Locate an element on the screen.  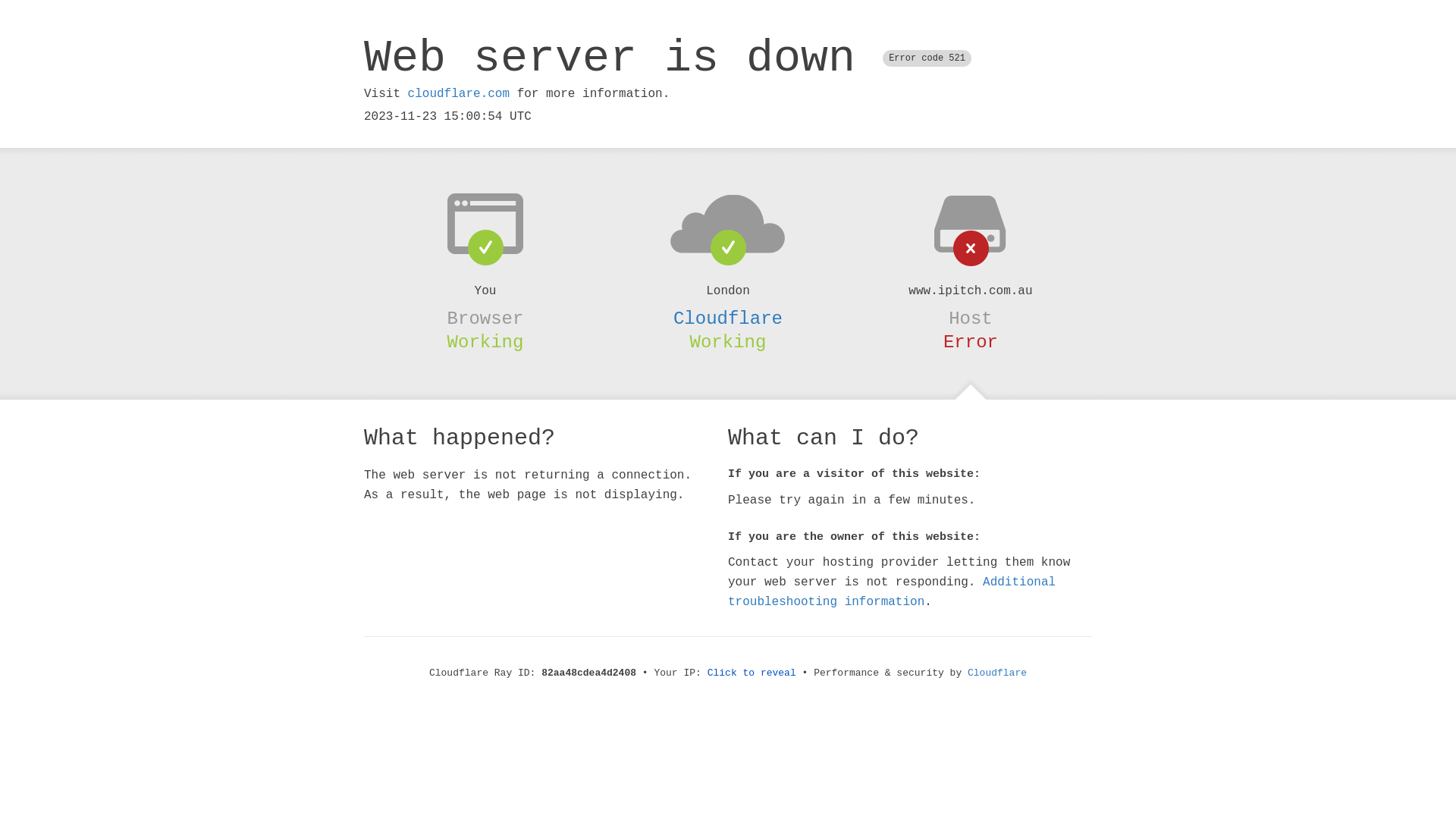
'Cloudflare' is located at coordinates (728, 318).